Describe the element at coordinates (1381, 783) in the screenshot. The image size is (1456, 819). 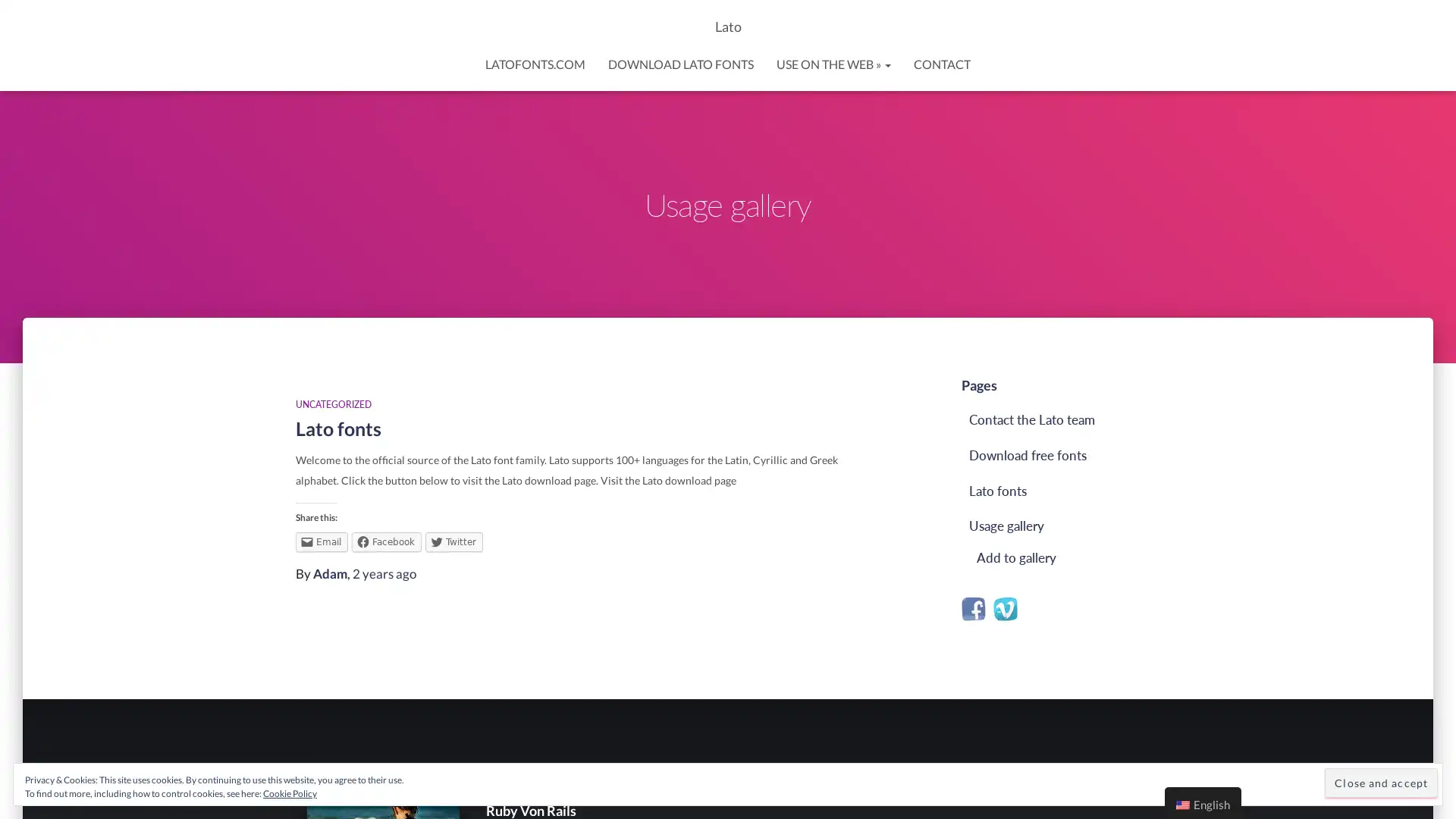
I see `Close and accept` at that location.